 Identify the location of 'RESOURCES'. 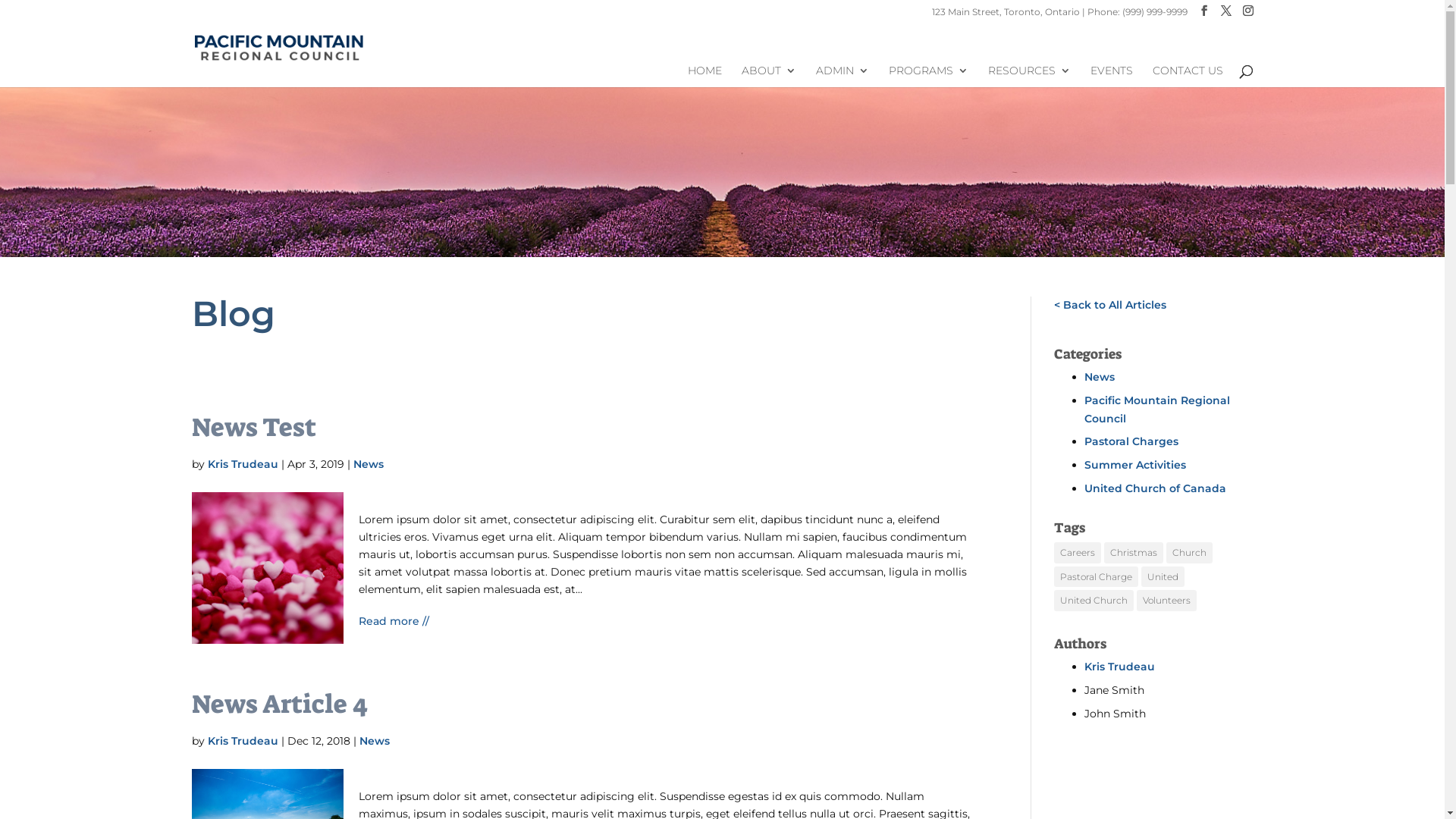
(1028, 76).